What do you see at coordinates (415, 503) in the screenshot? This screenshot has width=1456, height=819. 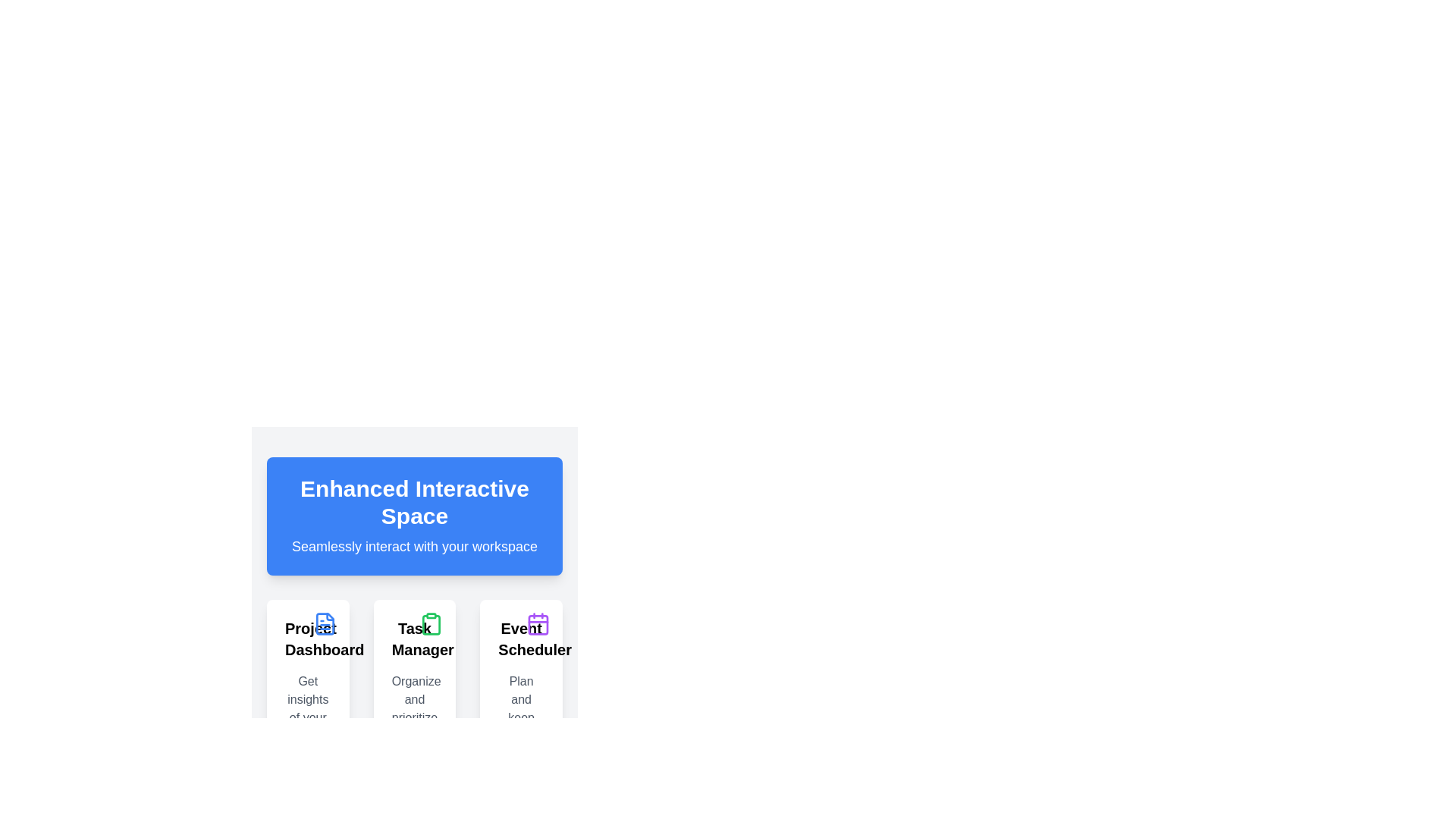 I see `the text-based heading element that serves as the title or heading of this section, which is located above the text 'Seamlessly interact with your workspace'` at bounding box center [415, 503].